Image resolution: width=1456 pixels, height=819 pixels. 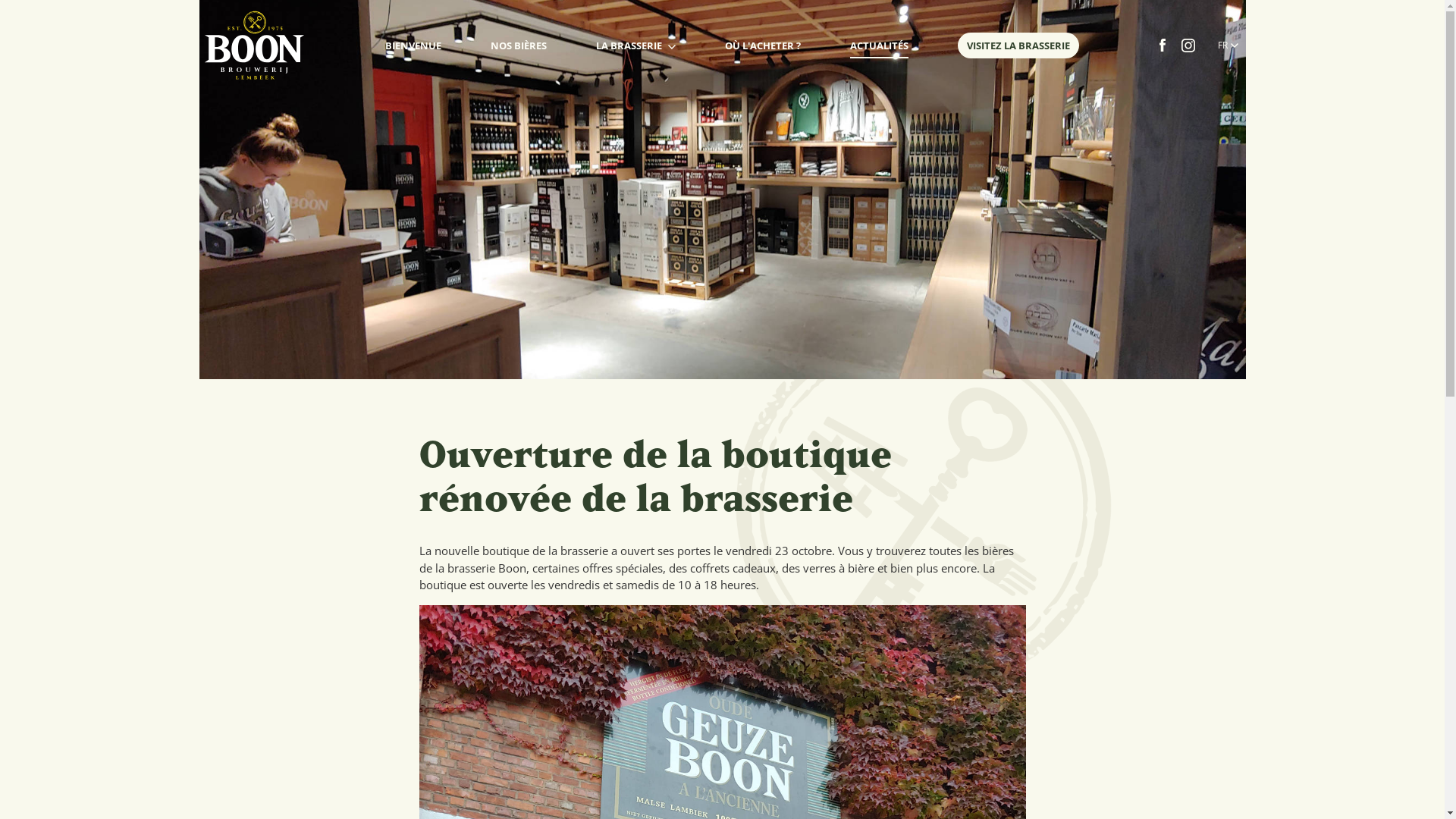 What do you see at coordinates (595, 45) in the screenshot?
I see `'LA BRASSERIE'` at bounding box center [595, 45].